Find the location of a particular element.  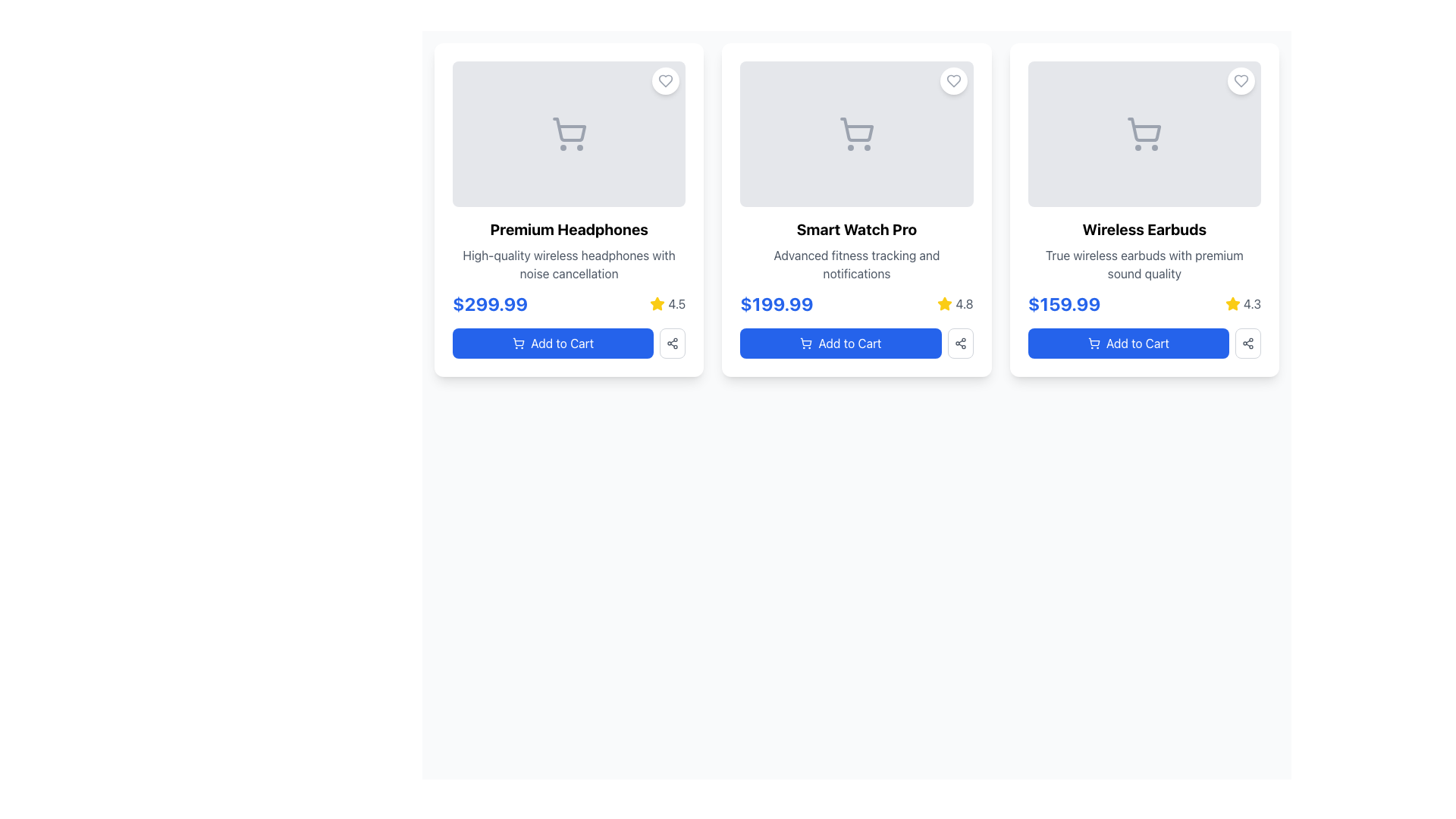

the heart-shaped button located at the top-right corner of the 'Wireless Earbuds' product card to mark or unmark it as a favorite is located at coordinates (1241, 81).